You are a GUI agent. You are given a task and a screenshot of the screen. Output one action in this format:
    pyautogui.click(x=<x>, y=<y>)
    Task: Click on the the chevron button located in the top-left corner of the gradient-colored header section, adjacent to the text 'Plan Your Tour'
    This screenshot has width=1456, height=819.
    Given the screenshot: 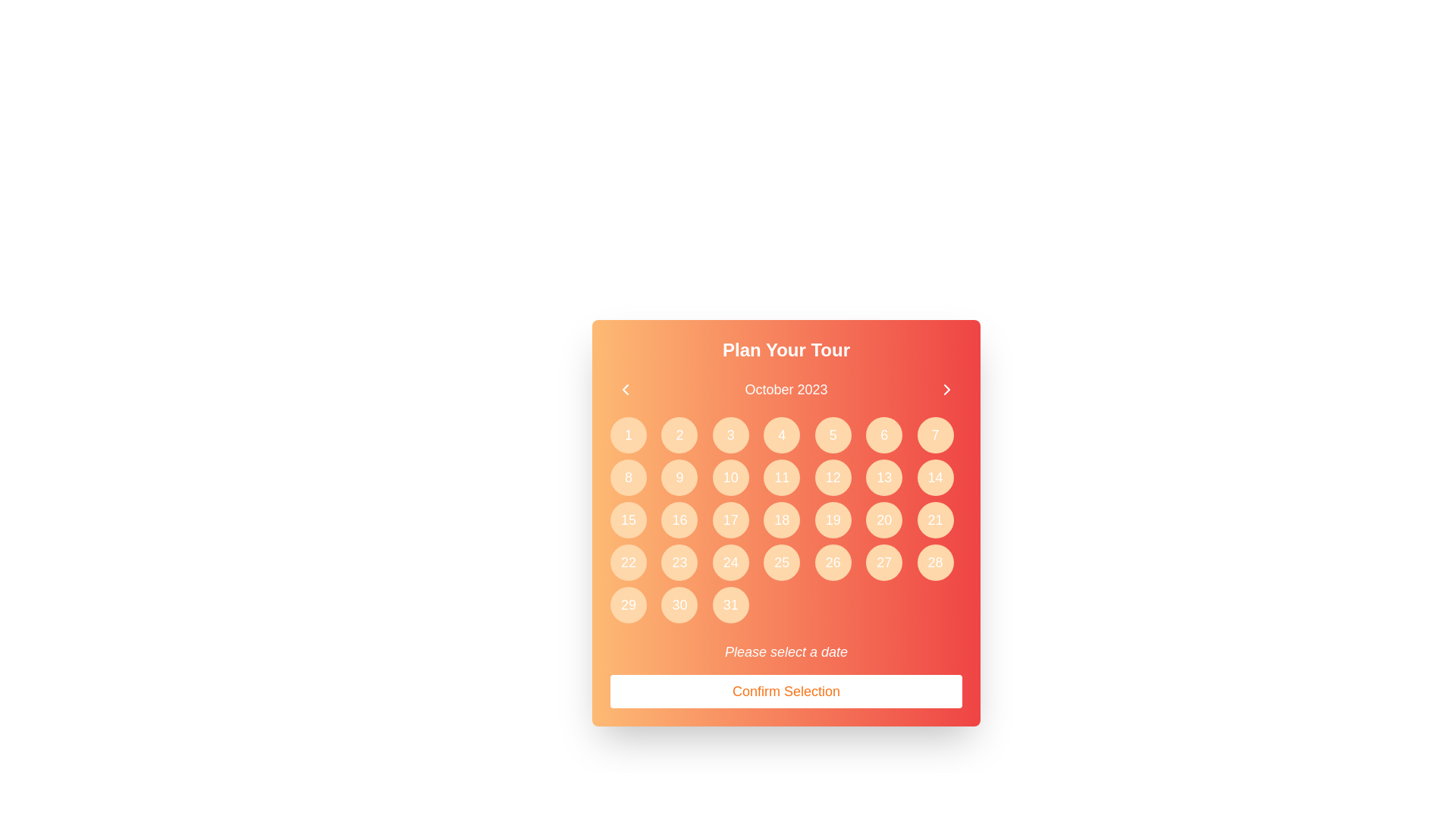 What is the action you would take?
    pyautogui.click(x=626, y=388)
    